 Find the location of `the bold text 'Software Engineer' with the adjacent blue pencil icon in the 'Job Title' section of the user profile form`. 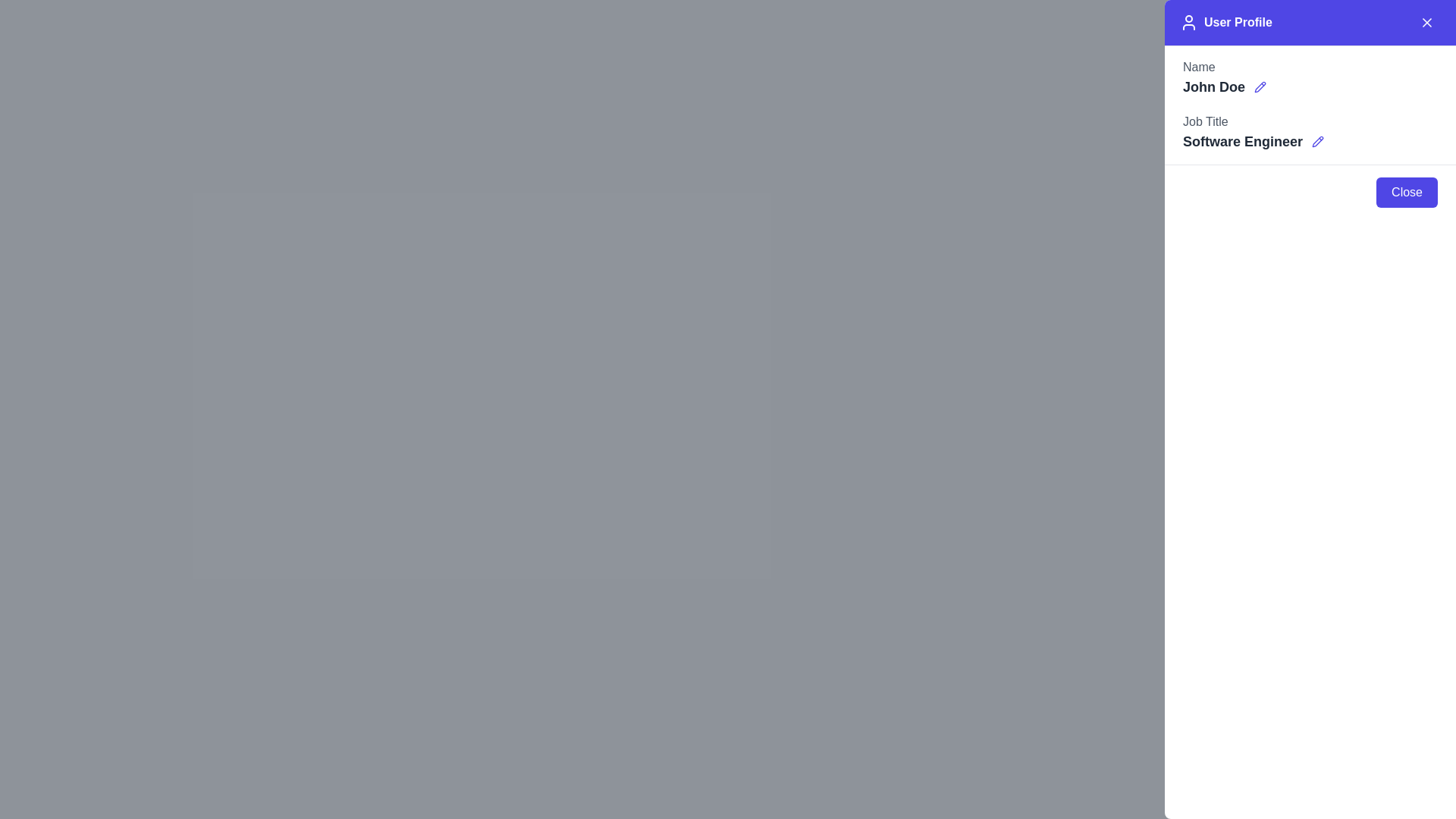

the bold text 'Software Engineer' with the adjacent blue pencil icon in the 'Job Title' section of the user profile form is located at coordinates (1255, 141).